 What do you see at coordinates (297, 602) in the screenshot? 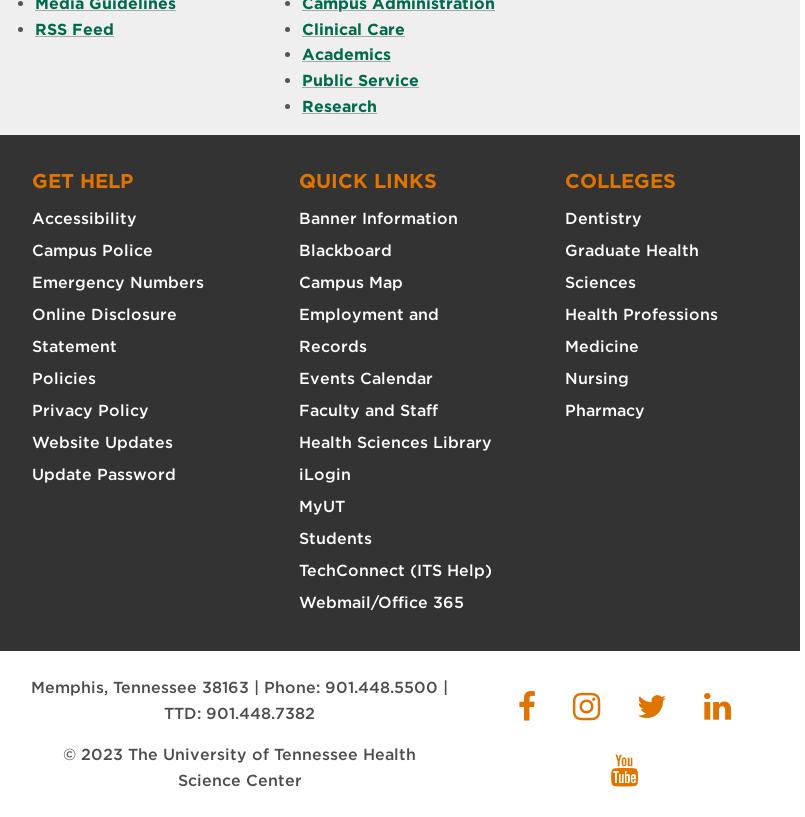
I see `'Webmail/Office 365'` at bounding box center [297, 602].